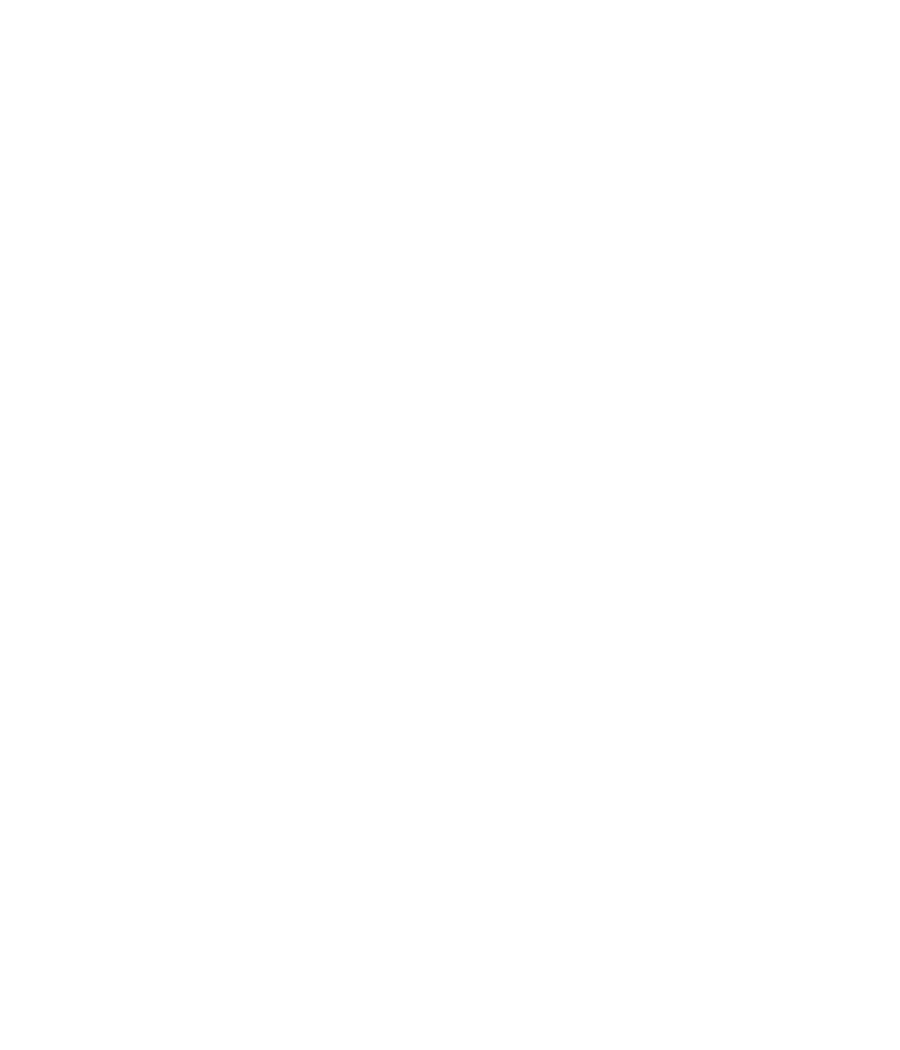 The height and width of the screenshot is (1050, 900). Describe the element at coordinates (445, 573) in the screenshot. I see `'Consisting of a central unit, an optional number of delegate units, and one or more transceiver units, the Close-Talk secure wireless conference system has numerous advantages over RF and wired conferencing systems. The wireless system uses up to six infrared communications channels to transmit sound from the transceiver to delegate units, allowing multiple presenters to speak simultaneously and eliminating bugging and interference with other wireless systems. The RS-232 serial port on the central unit enables communication with a PC, as well as with control devices such as AMX and Crestron. Speakers and headphone levels in the delegate stations are adjustable.'` at that location.